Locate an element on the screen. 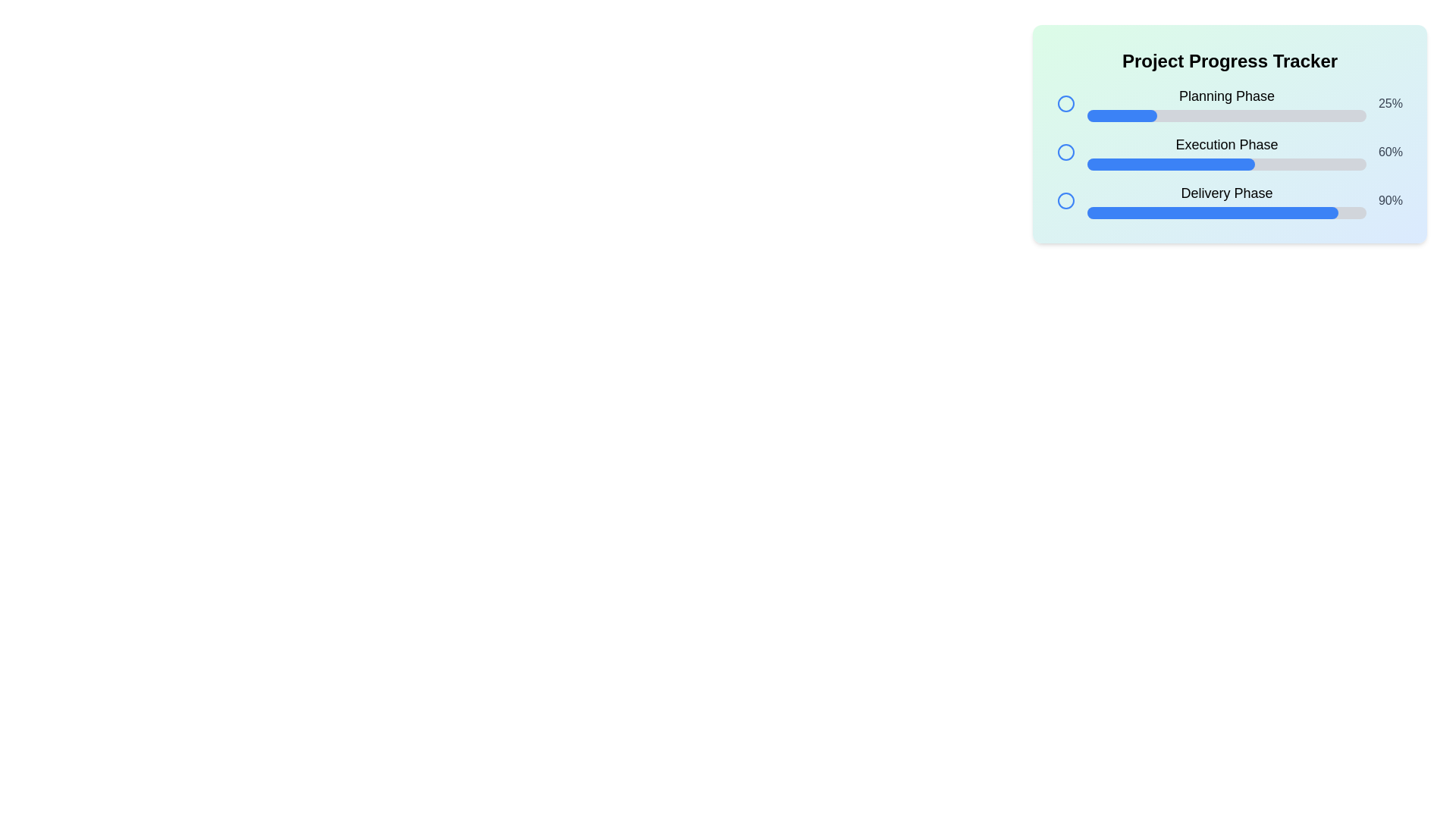  the filled portion of the progress bar segment labeled 'Planning Phase' that visually represents 25% completion is located at coordinates (1121, 115).